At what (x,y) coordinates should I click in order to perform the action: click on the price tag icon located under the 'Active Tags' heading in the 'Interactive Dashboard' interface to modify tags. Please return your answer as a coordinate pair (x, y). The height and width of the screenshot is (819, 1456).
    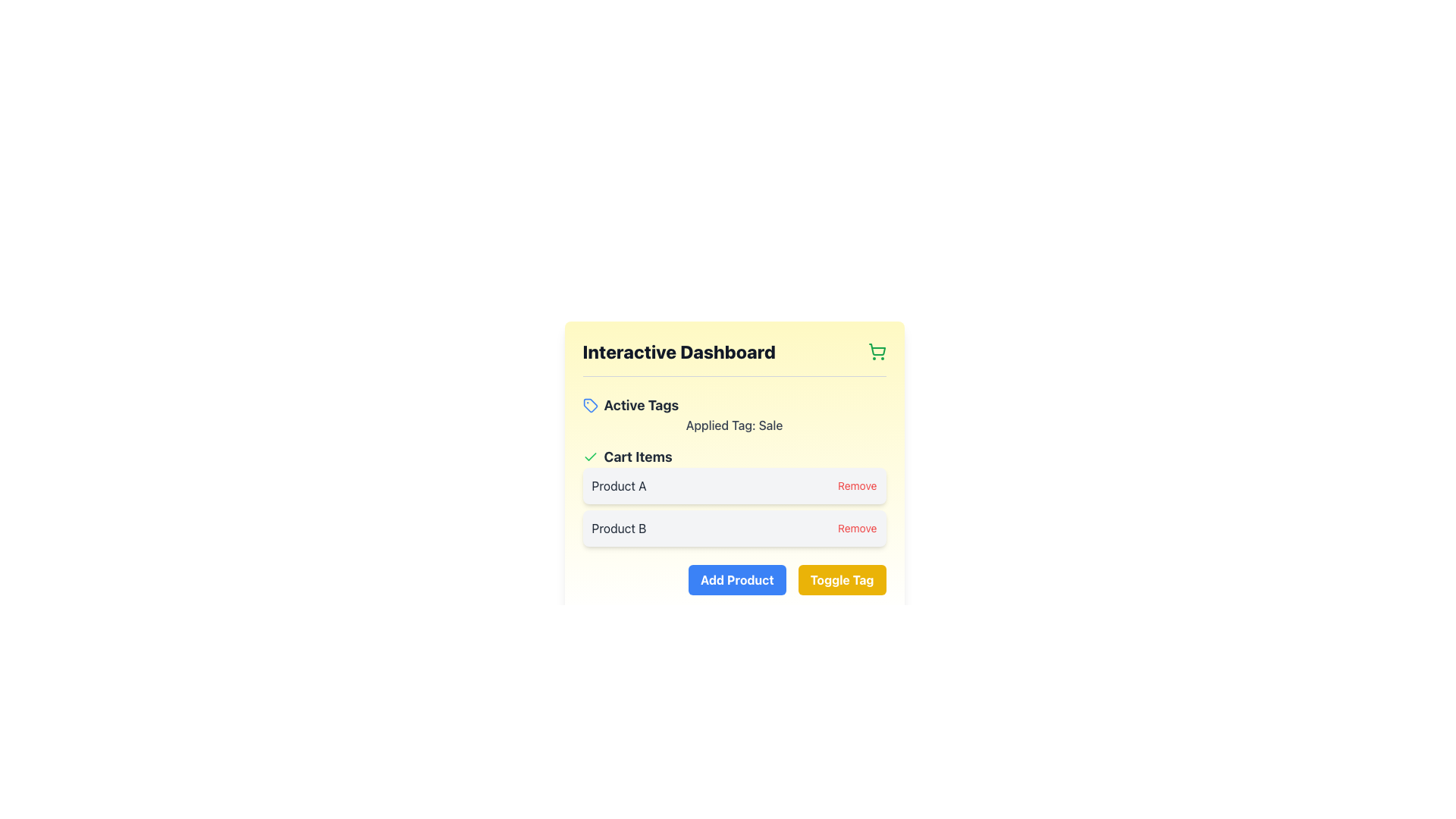
    Looking at the image, I should click on (588, 403).